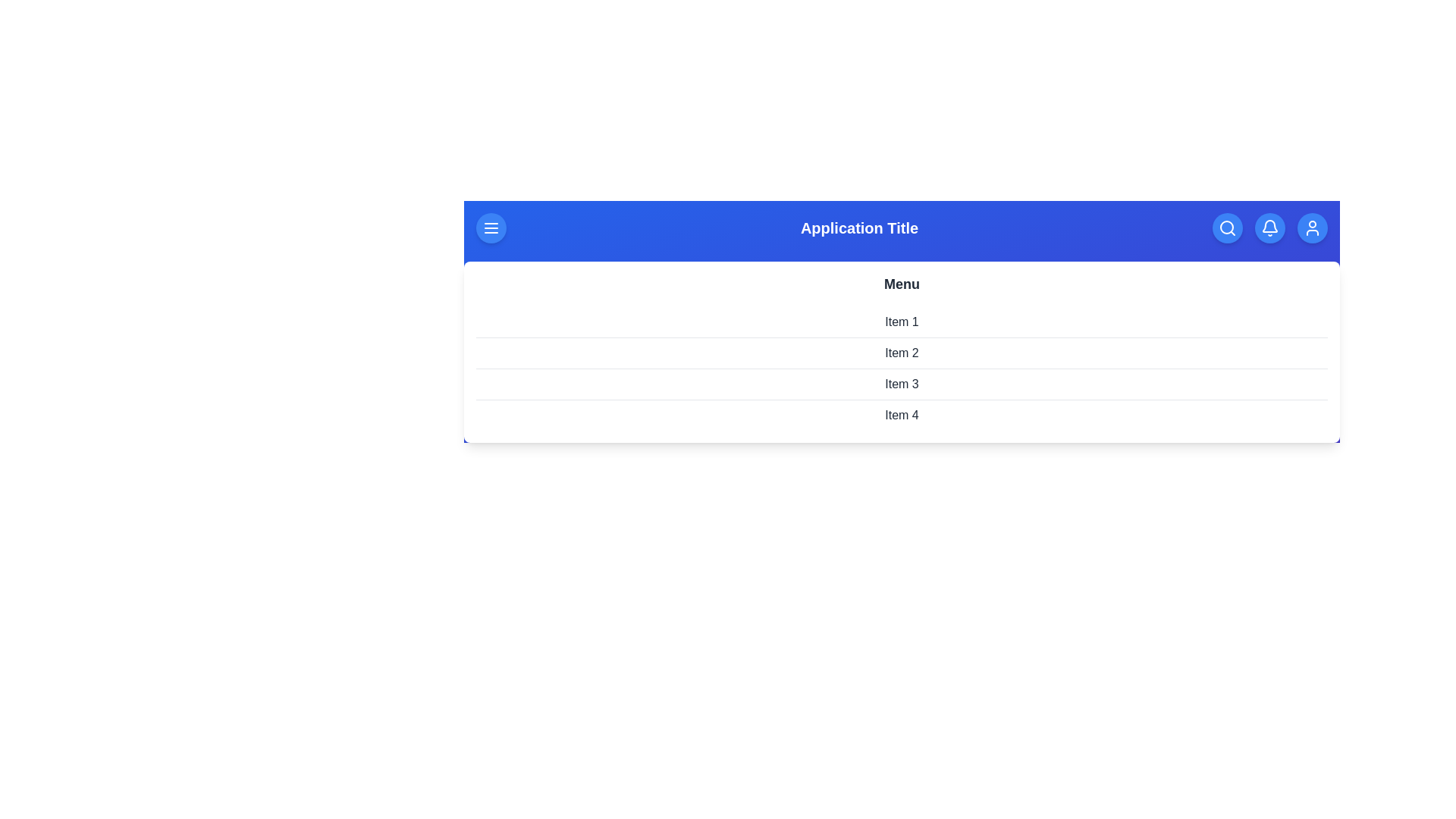  What do you see at coordinates (1312, 227) in the screenshot?
I see `the button labeled User to observe its hover effect` at bounding box center [1312, 227].